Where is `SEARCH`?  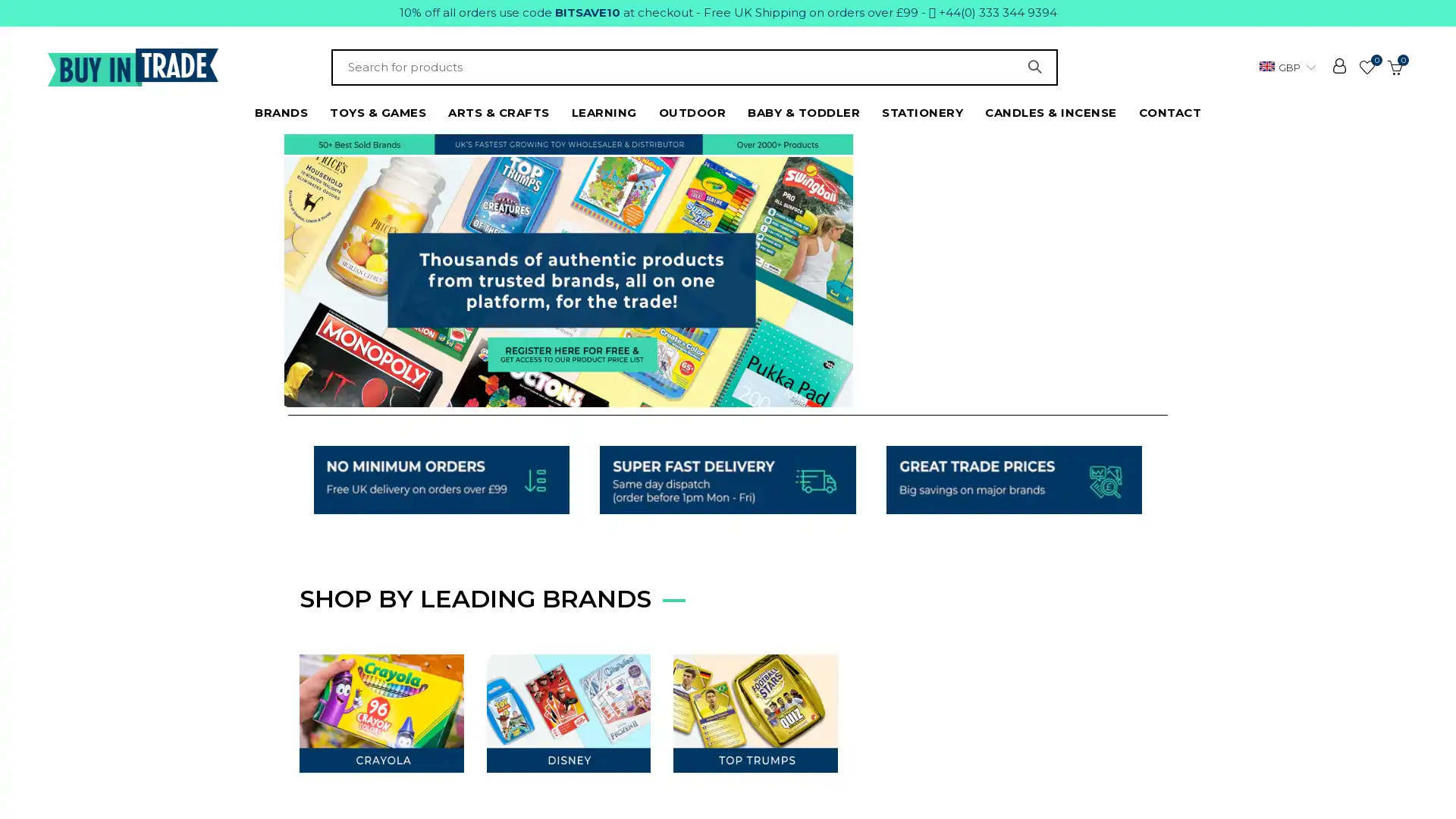 SEARCH is located at coordinates (1037, 66).